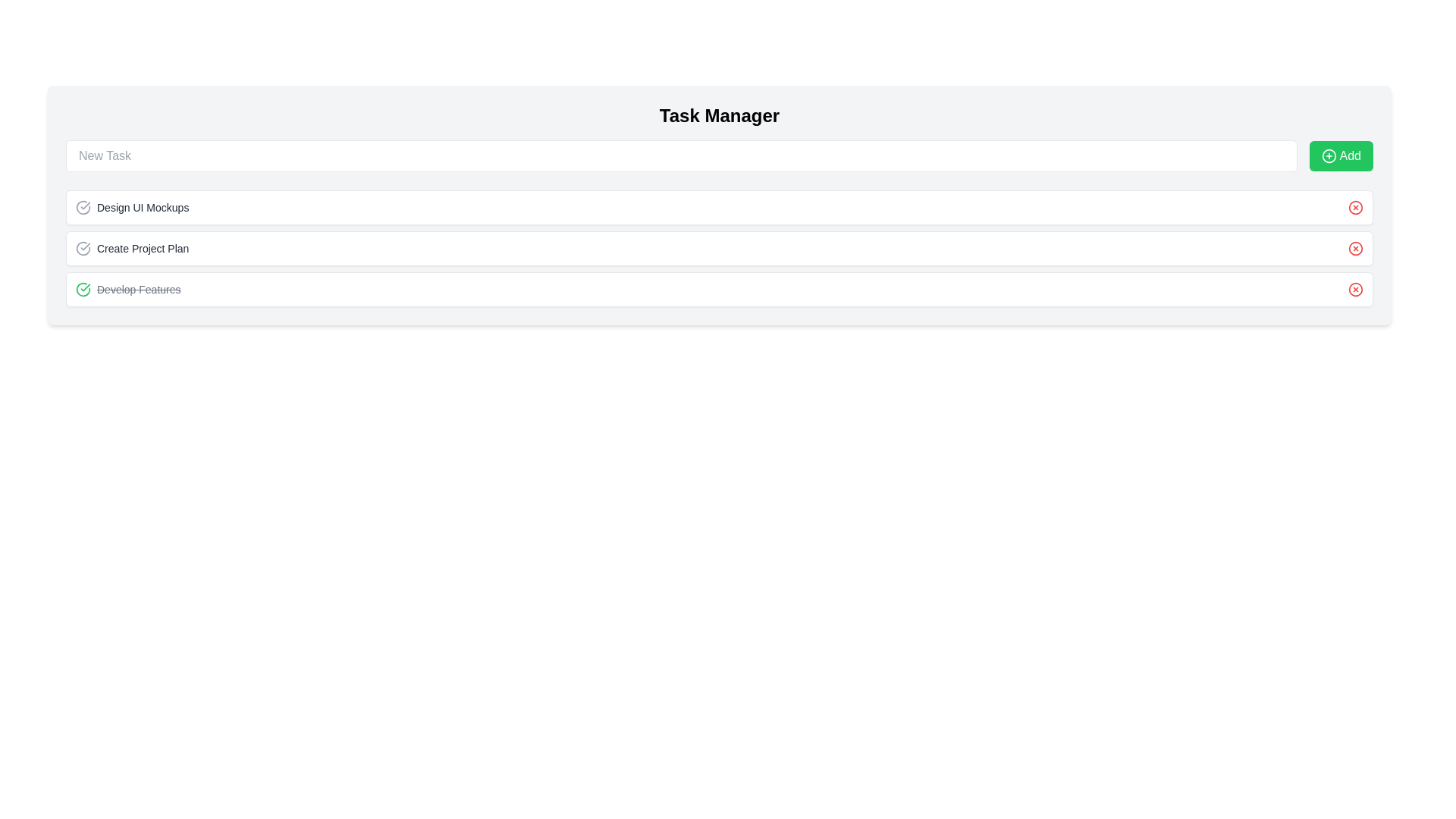  What do you see at coordinates (1356, 289) in the screenshot?
I see `the Circle element that signifies deletion in the Task Manager interface, located at the far right end of the fourth task item` at bounding box center [1356, 289].